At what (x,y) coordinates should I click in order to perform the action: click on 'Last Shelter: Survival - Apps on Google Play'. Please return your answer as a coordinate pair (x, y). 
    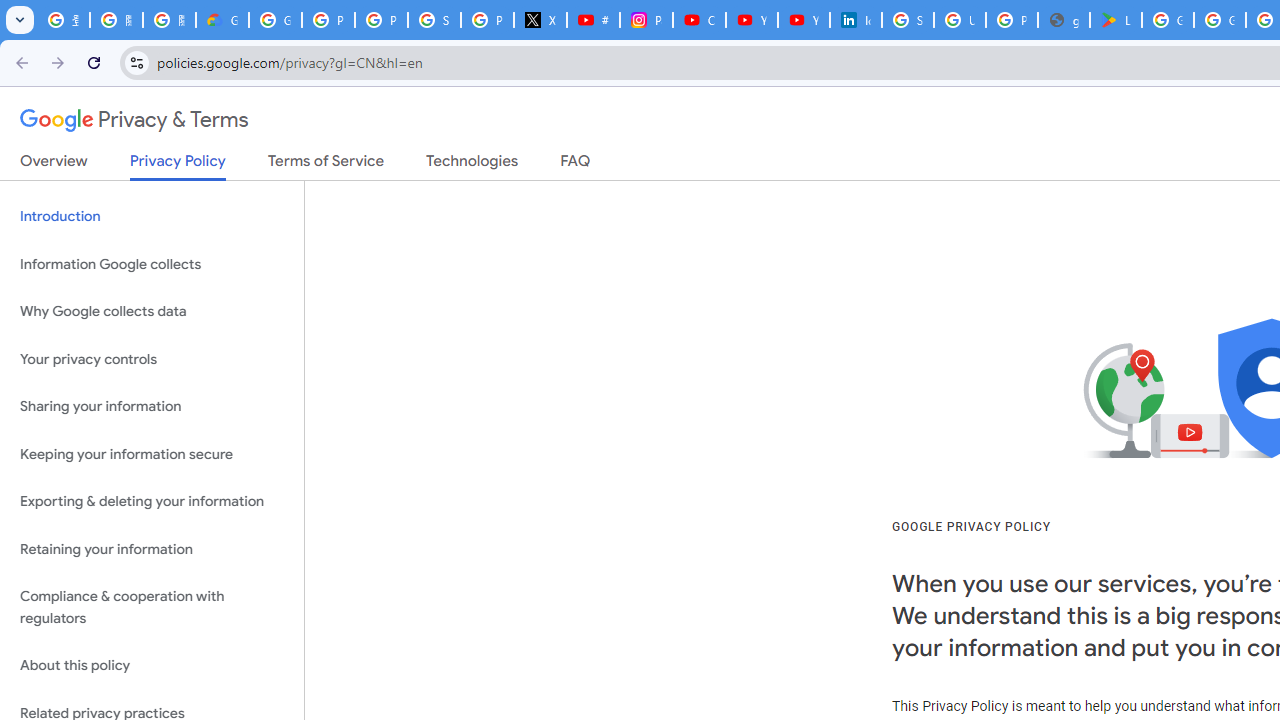
    Looking at the image, I should click on (1115, 20).